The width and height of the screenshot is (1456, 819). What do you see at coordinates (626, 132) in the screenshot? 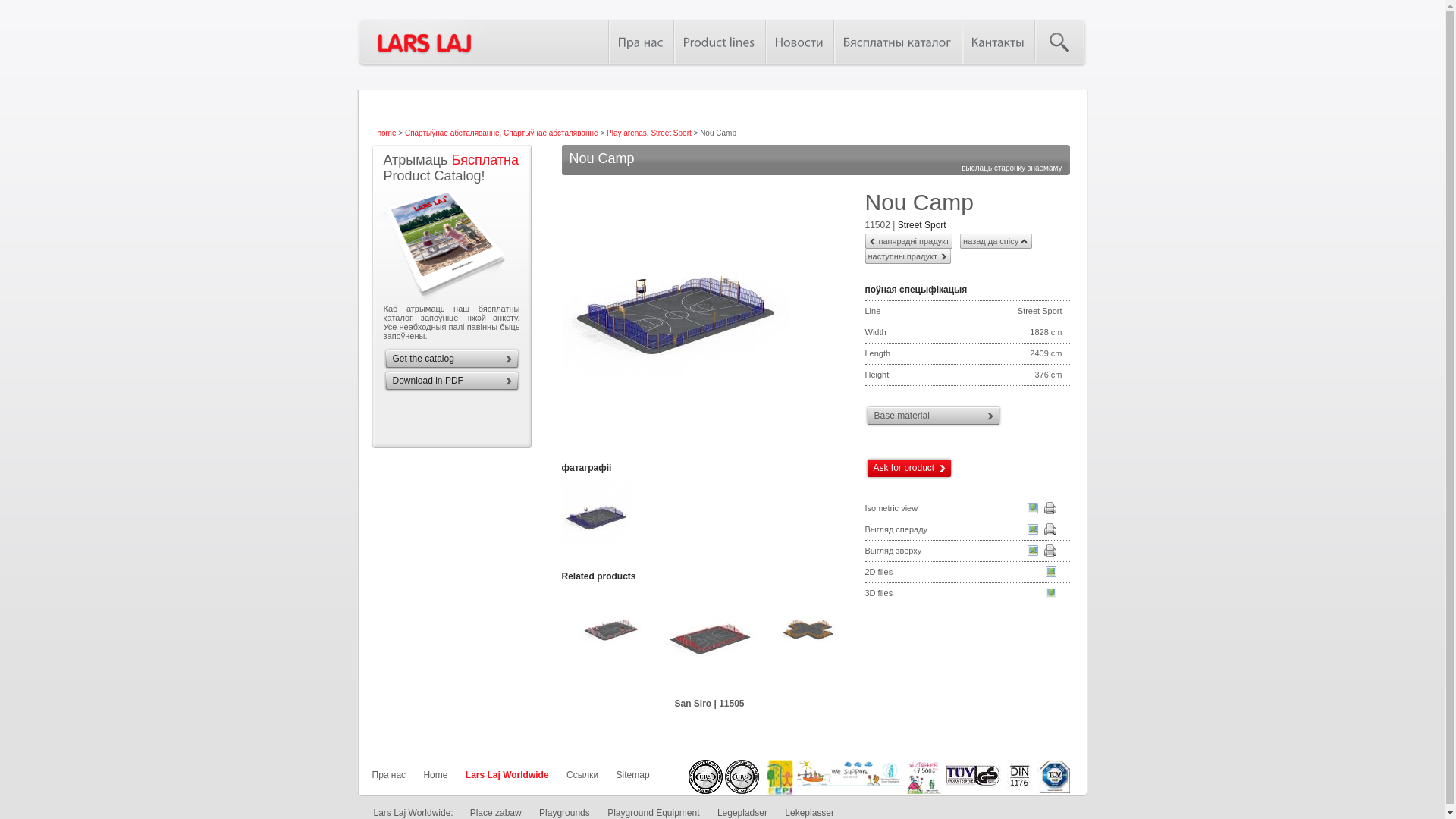
I see `'Play arenas'` at bounding box center [626, 132].